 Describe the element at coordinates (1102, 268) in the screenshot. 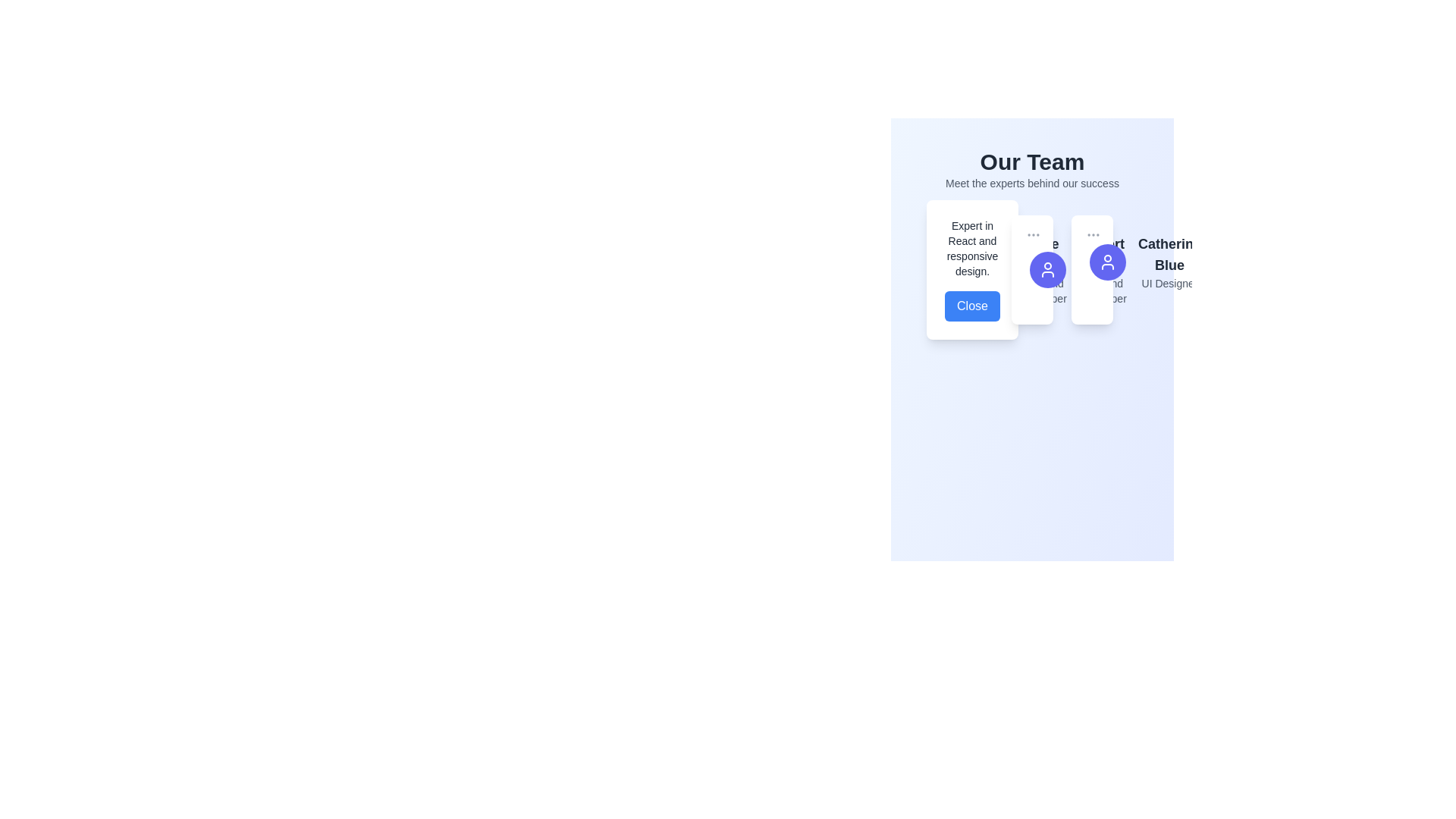

I see `information contained in the text label displaying 'Robert Brown,' a Backend Developer, located on the right section of the interface, as the second profile description in the group` at that location.